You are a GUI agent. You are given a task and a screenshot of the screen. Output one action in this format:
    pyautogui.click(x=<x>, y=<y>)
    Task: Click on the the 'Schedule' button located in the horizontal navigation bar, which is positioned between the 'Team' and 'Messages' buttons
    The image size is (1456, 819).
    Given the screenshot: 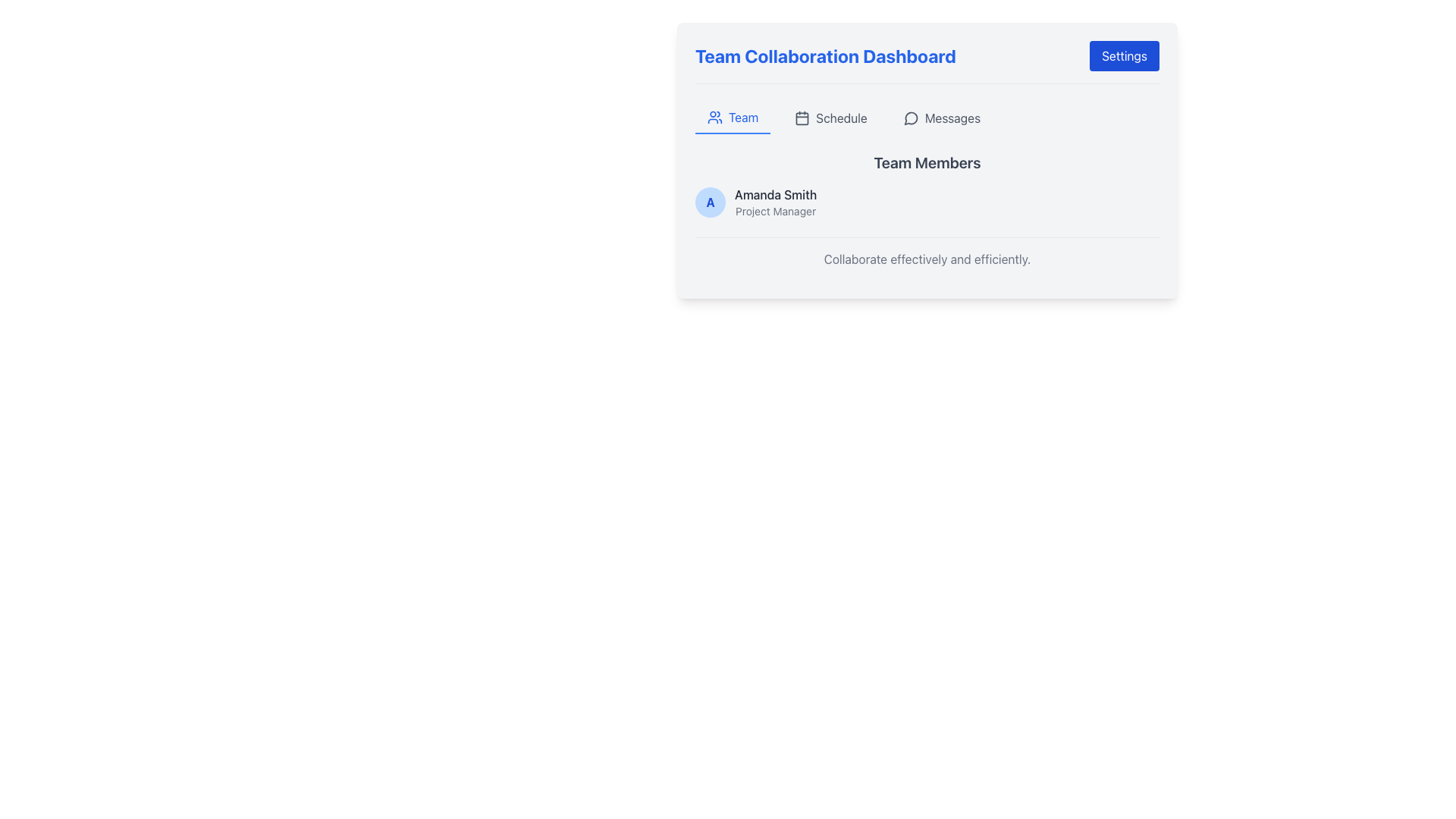 What is the action you would take?
    pyautogui.click(x=830, y=117)
    